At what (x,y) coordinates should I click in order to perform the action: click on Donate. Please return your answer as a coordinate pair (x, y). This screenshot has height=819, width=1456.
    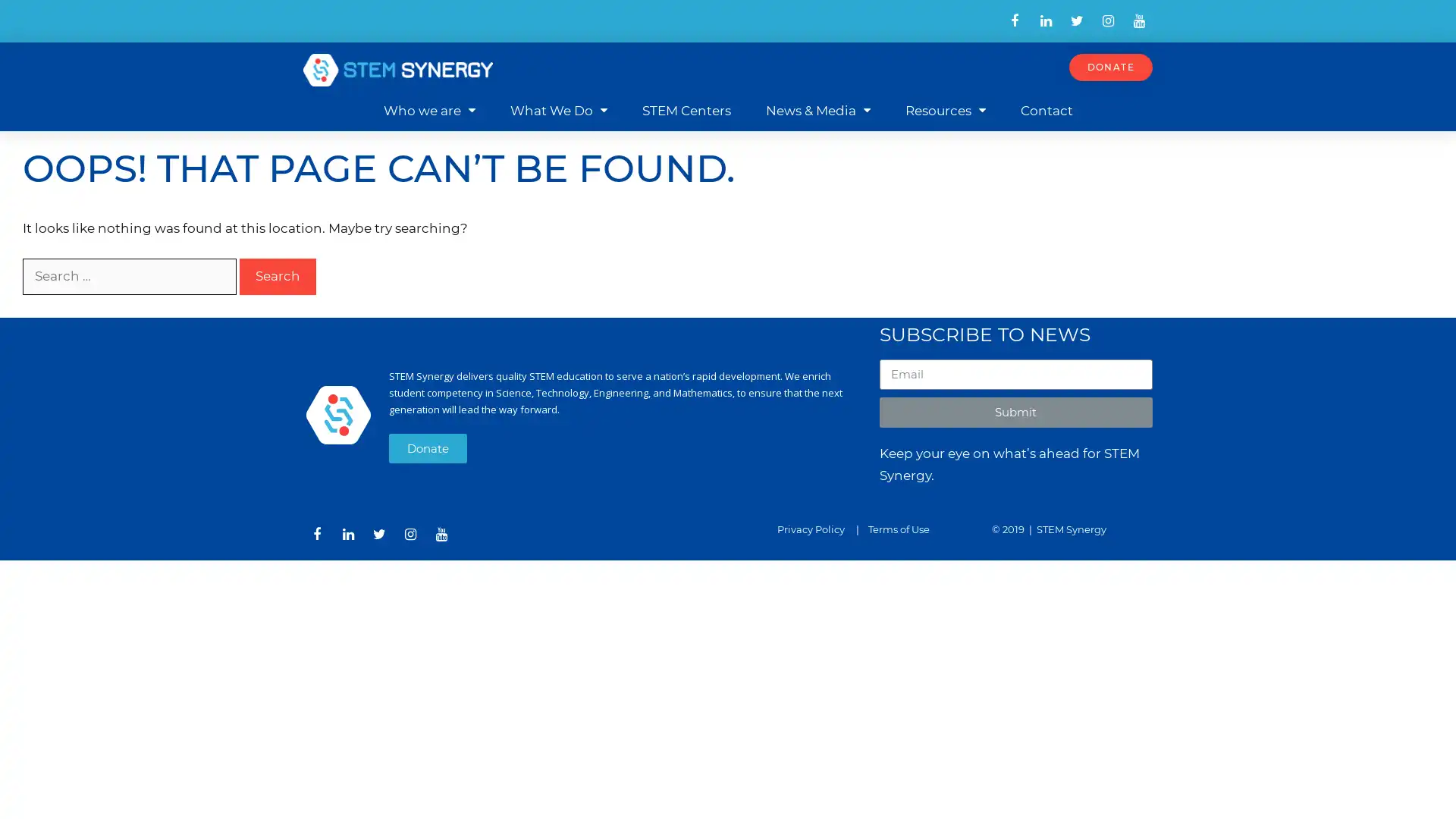
    Looking at the image, I should click on (427, 447).